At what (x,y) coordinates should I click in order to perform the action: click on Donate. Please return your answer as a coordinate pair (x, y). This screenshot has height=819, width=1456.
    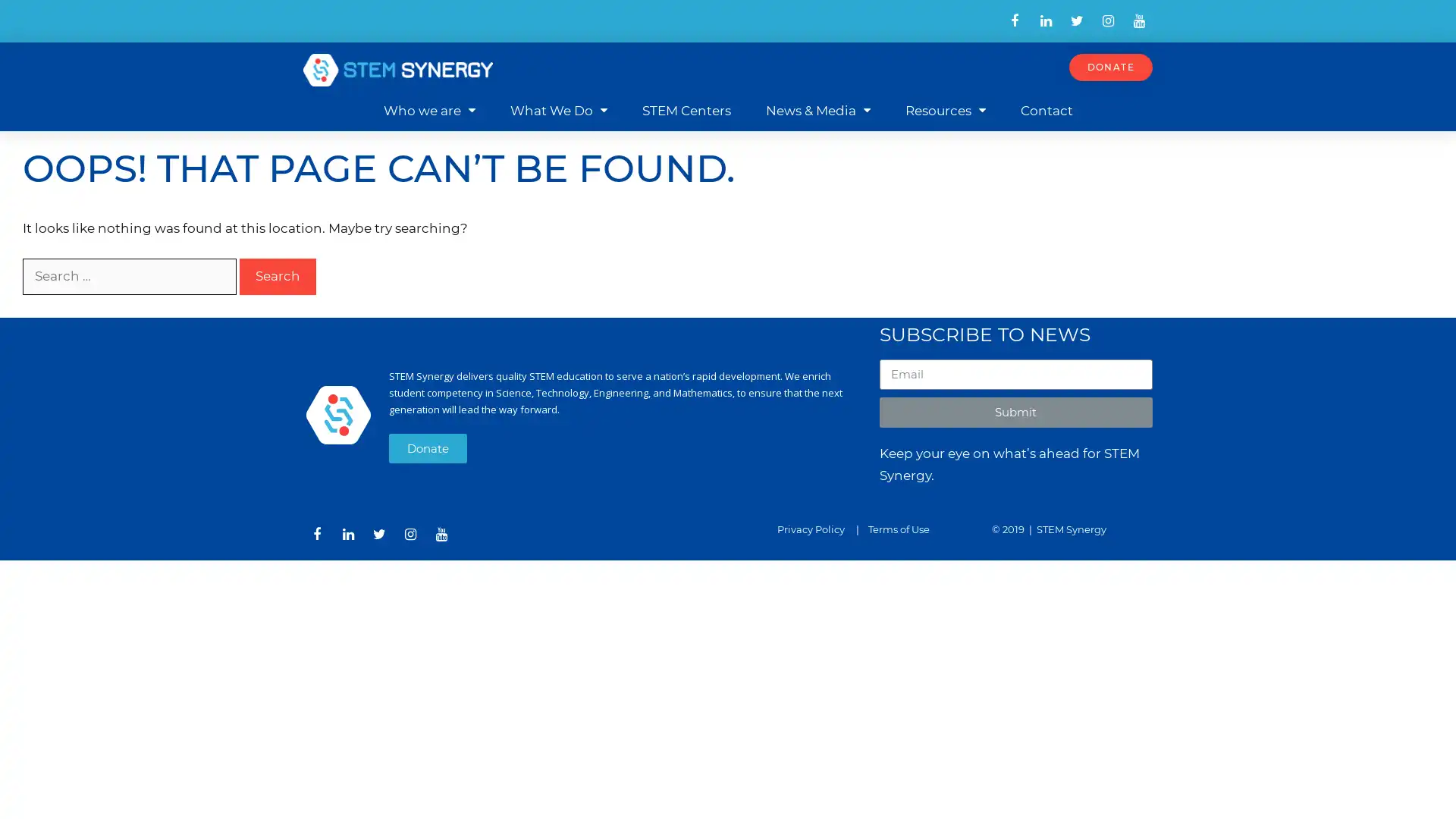
    Looking at the image, I should click on (427, 447).